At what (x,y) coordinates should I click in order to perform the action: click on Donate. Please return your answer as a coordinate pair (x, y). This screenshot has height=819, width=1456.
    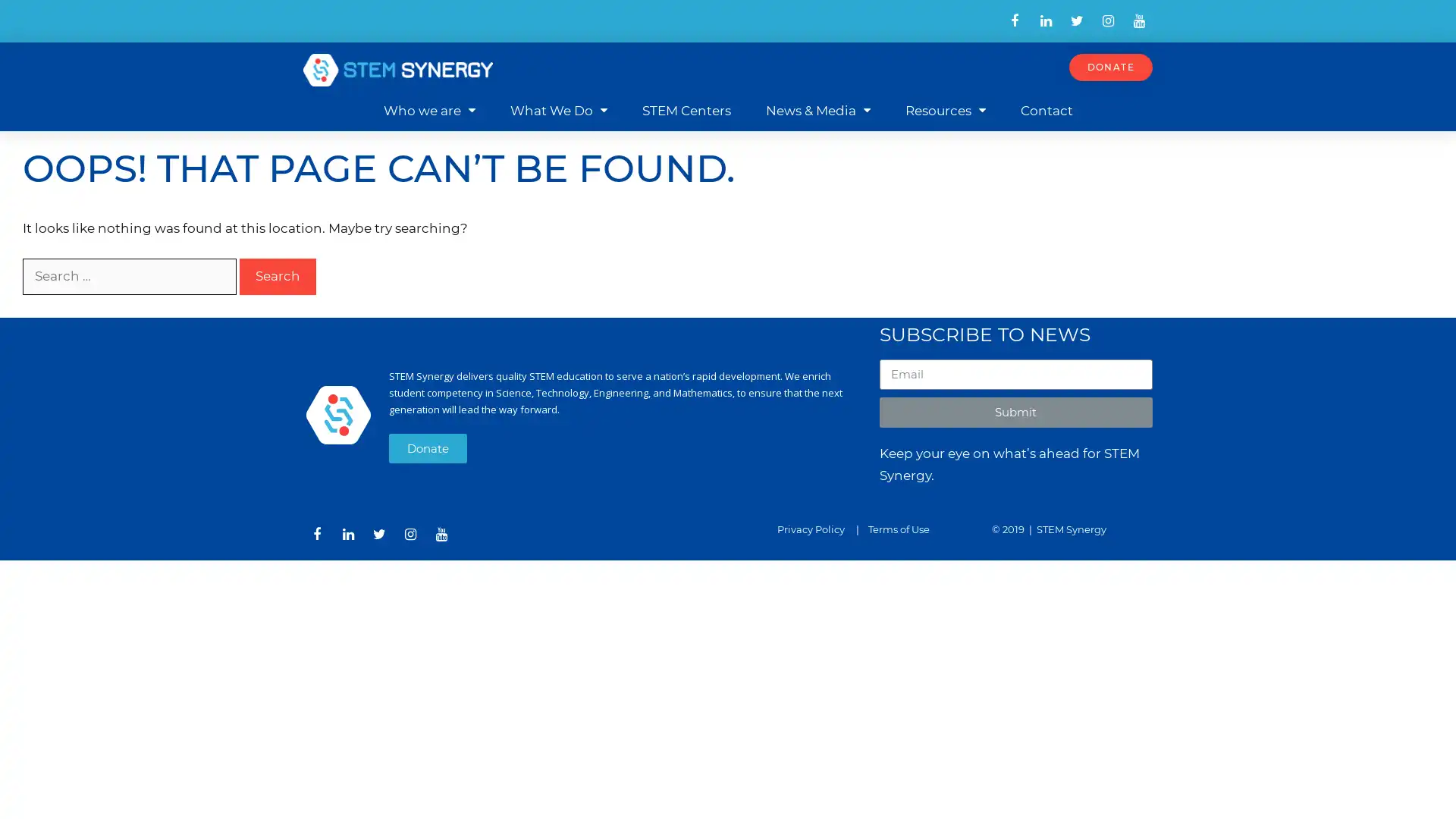
    Looking at the image, I should click on (427, 447).